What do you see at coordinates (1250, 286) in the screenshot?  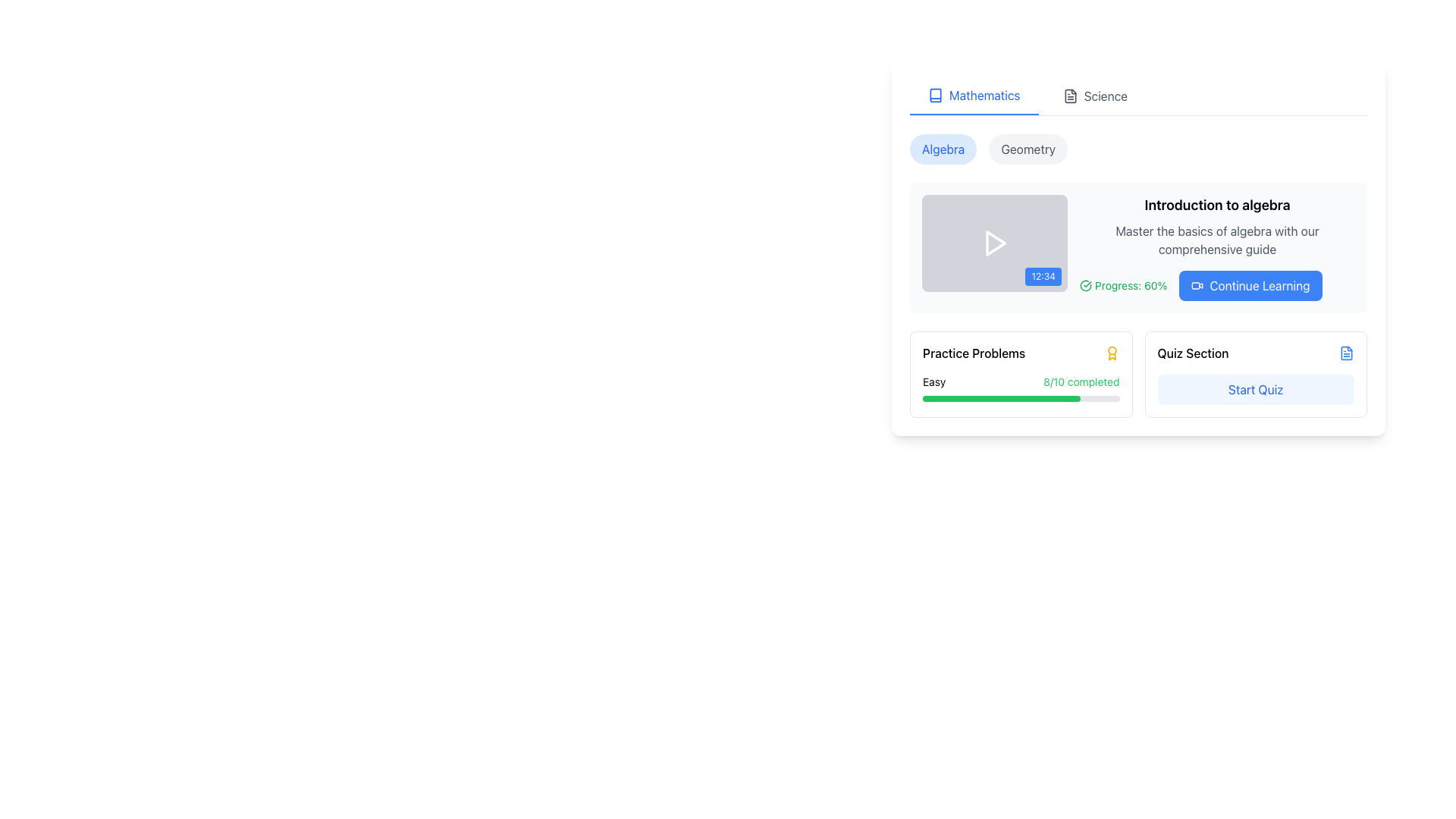 I see `the button located at the bottom right of the content box, following the green progress indicator labeled 'Progress: 60%'` at bounding box center [1250, 286].